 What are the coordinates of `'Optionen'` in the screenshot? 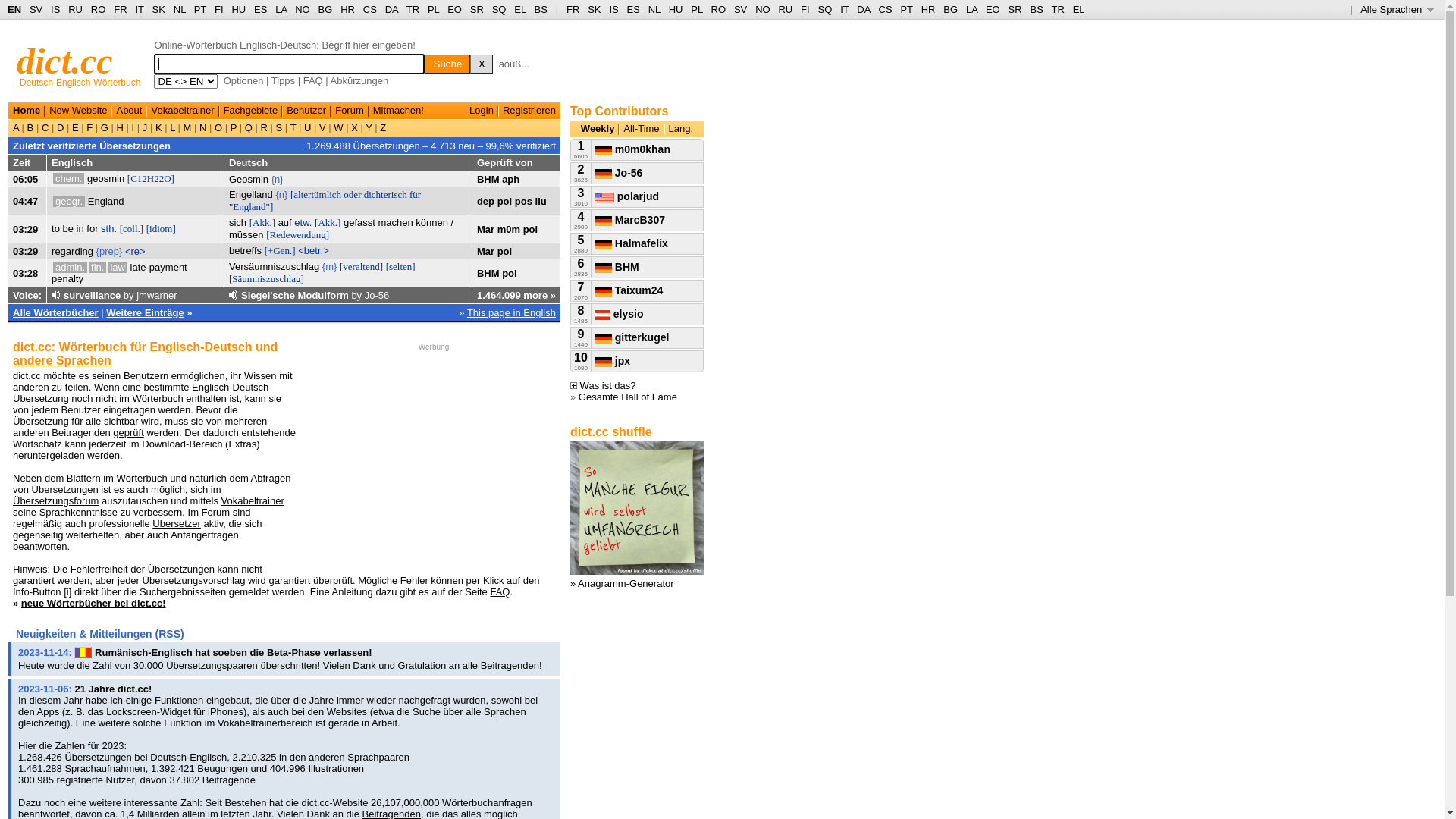 It's located at (243, 80).